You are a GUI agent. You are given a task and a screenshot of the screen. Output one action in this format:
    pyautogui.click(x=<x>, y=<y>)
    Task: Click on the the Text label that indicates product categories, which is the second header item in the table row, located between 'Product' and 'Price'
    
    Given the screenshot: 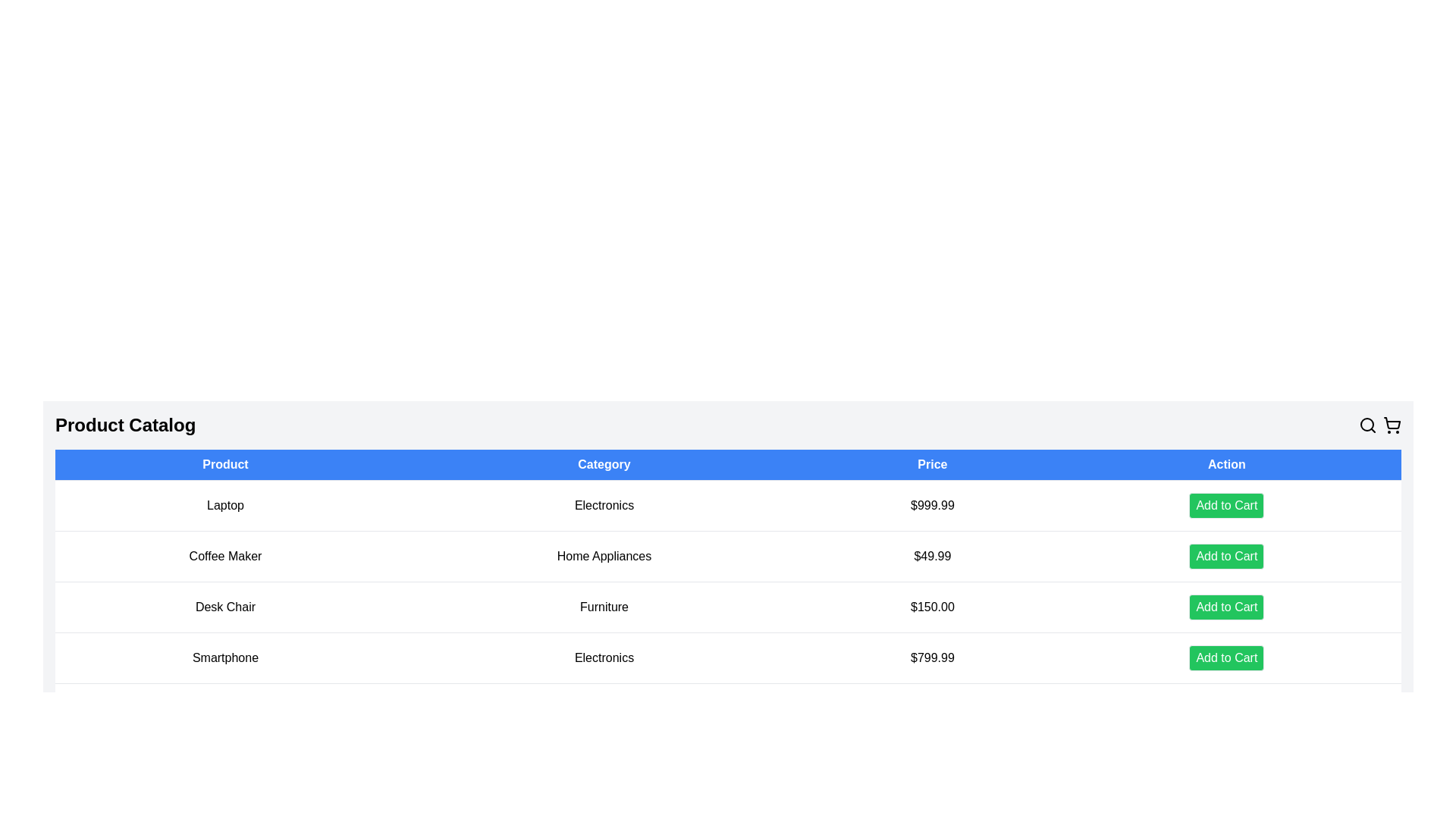 What is the action you would take?
    pyautogui.click(x=603, y=464)
    